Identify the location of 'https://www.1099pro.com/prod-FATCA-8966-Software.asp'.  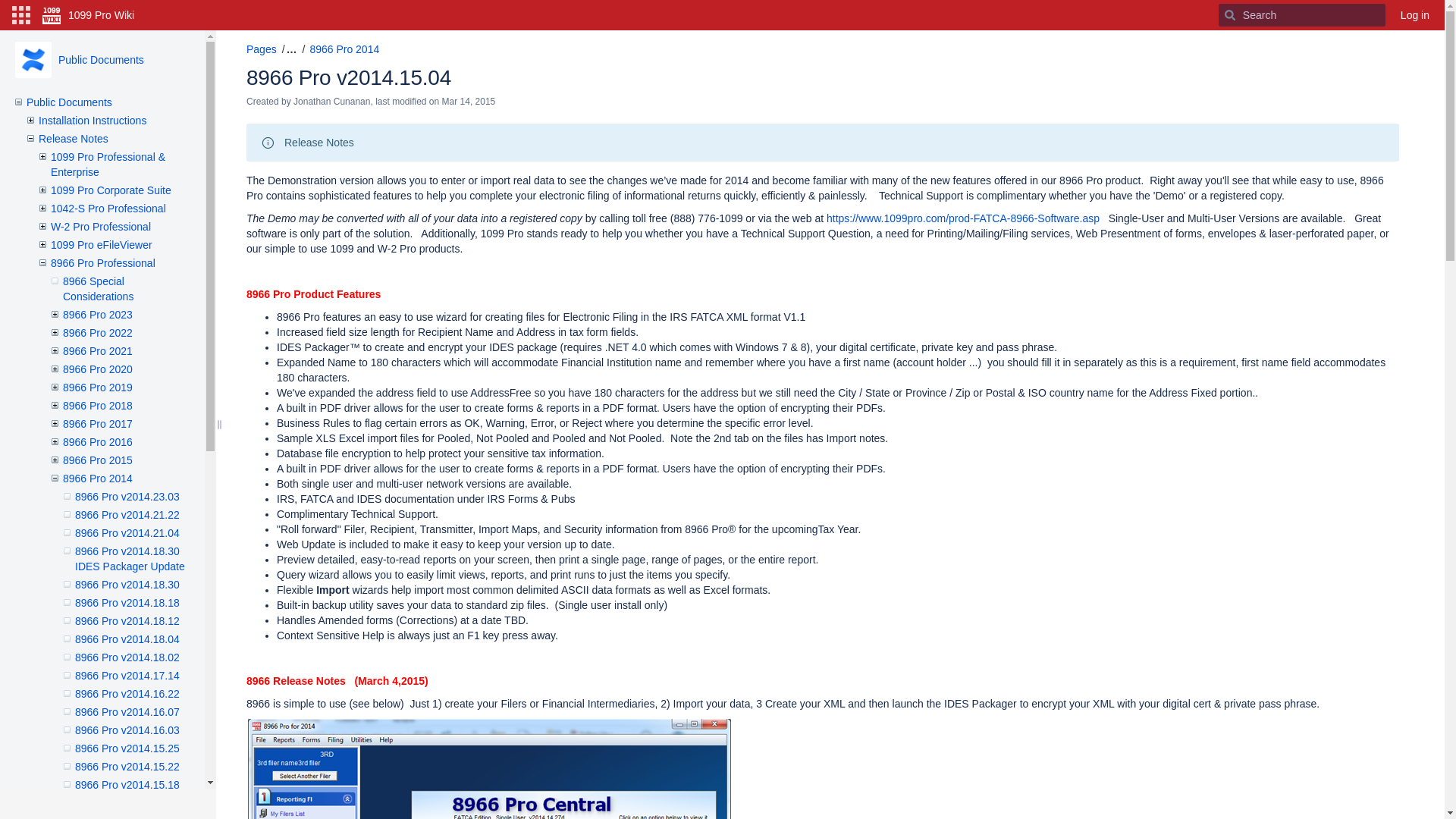
(962, 218).